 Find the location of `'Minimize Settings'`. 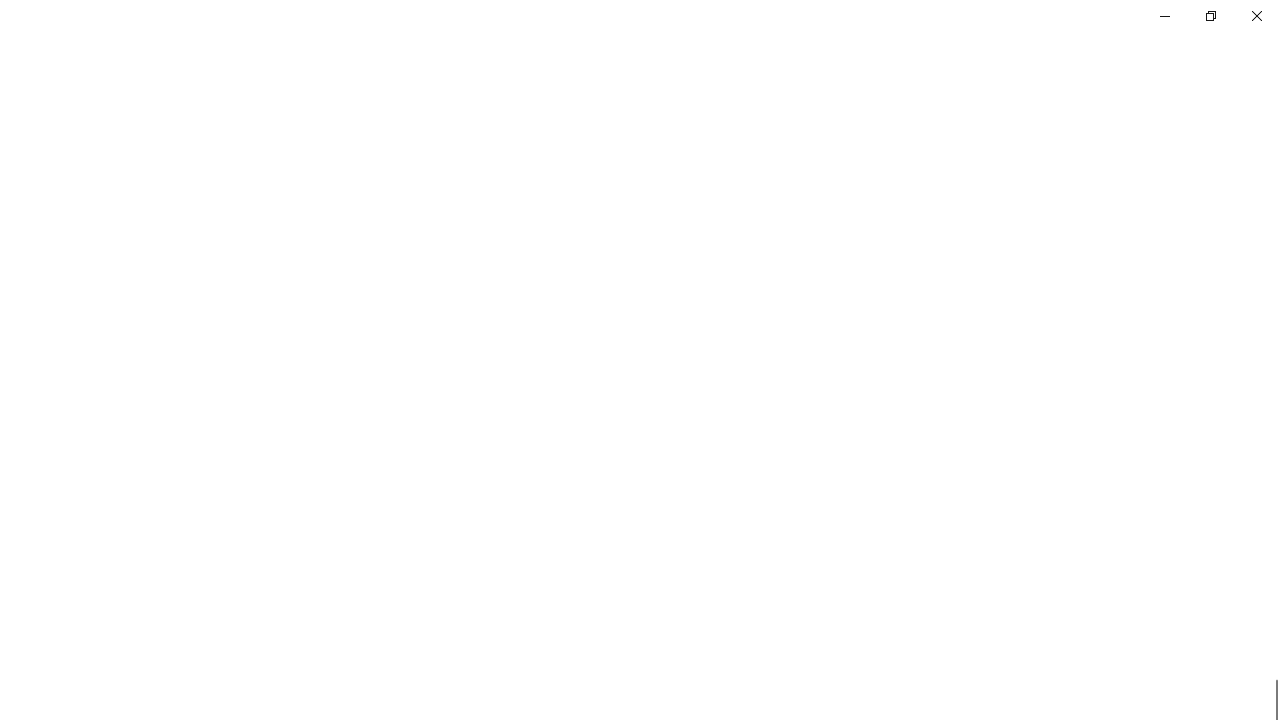

'Minimize Settings' is located at coordinates (1164, 15).